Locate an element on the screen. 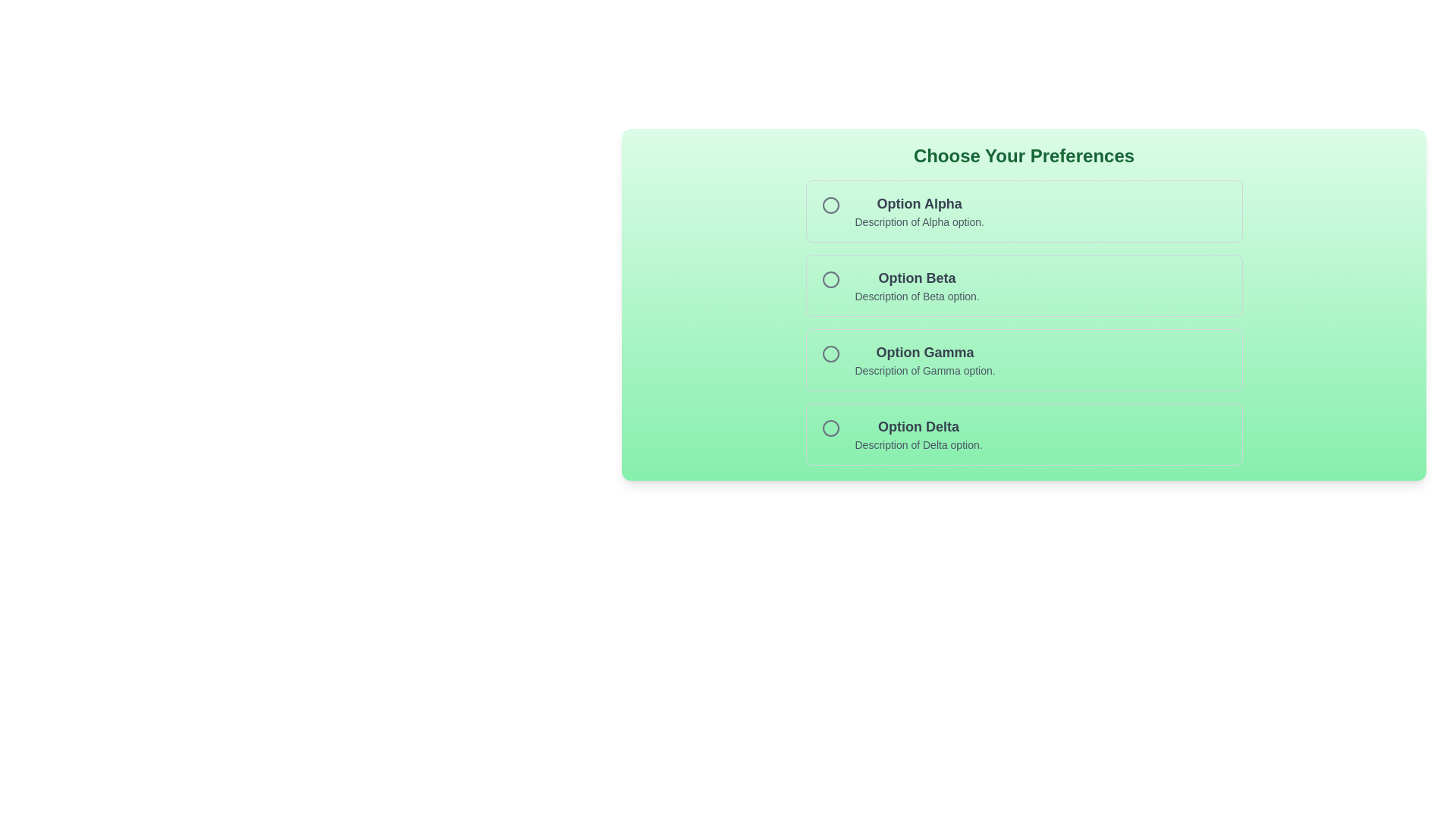  the radio button styled with a rounded border in gray, located to the left of the text 'Option Beta' is located at coordinates (830, 280).